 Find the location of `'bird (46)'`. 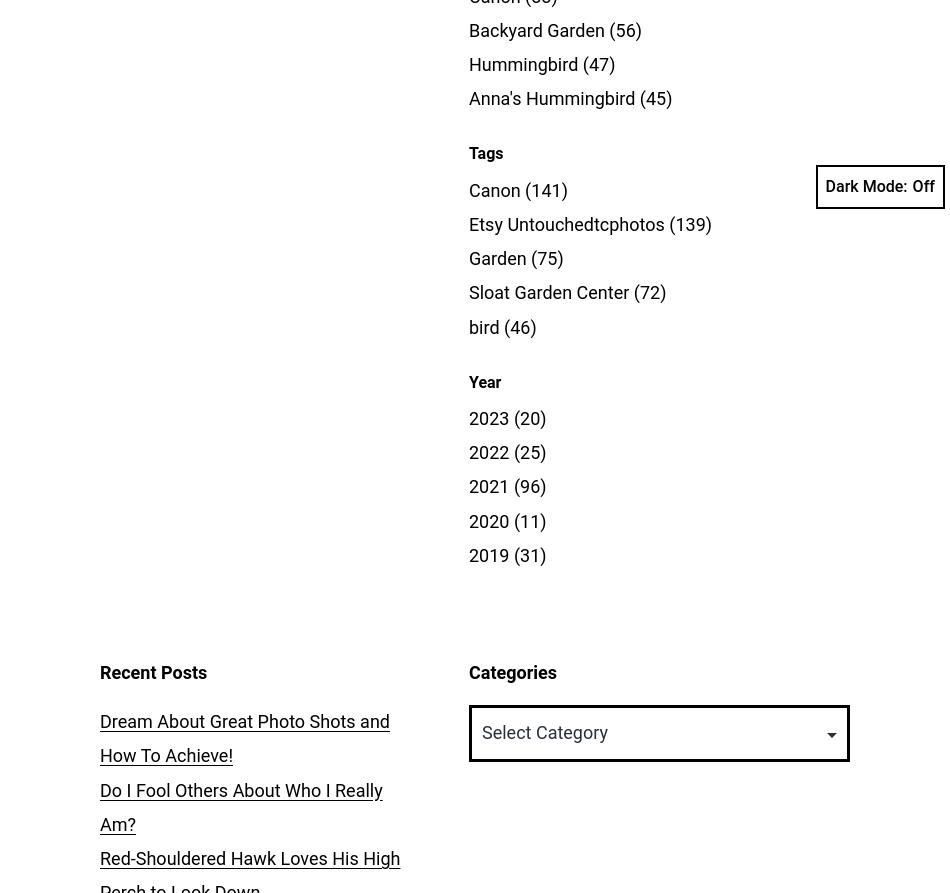

'bird (46)' is located at coordinates (502, 326).